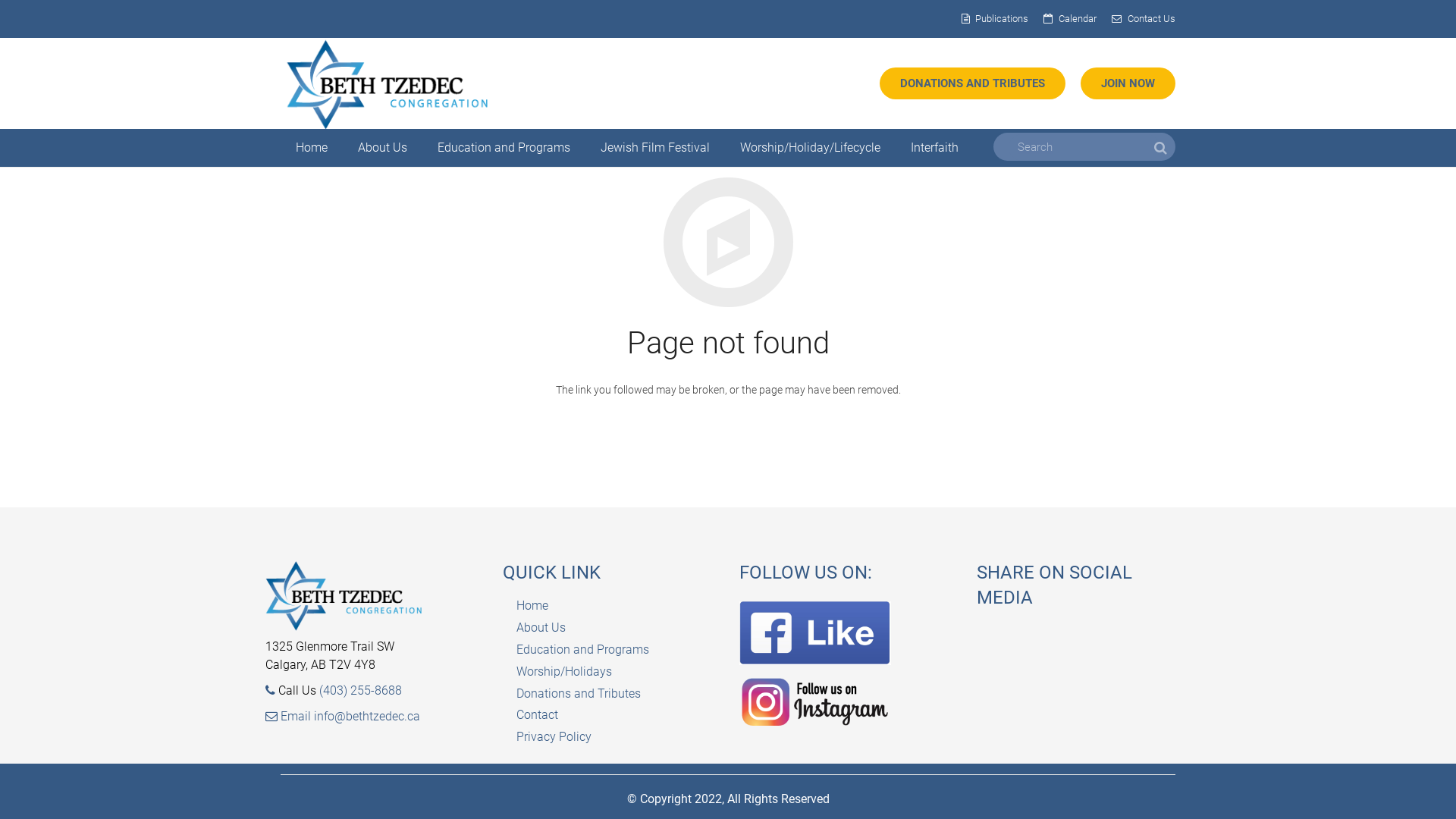 This screenshot has height=819, width=1456. I want to click on 'Jewish Film Festival', so click(585, 148).